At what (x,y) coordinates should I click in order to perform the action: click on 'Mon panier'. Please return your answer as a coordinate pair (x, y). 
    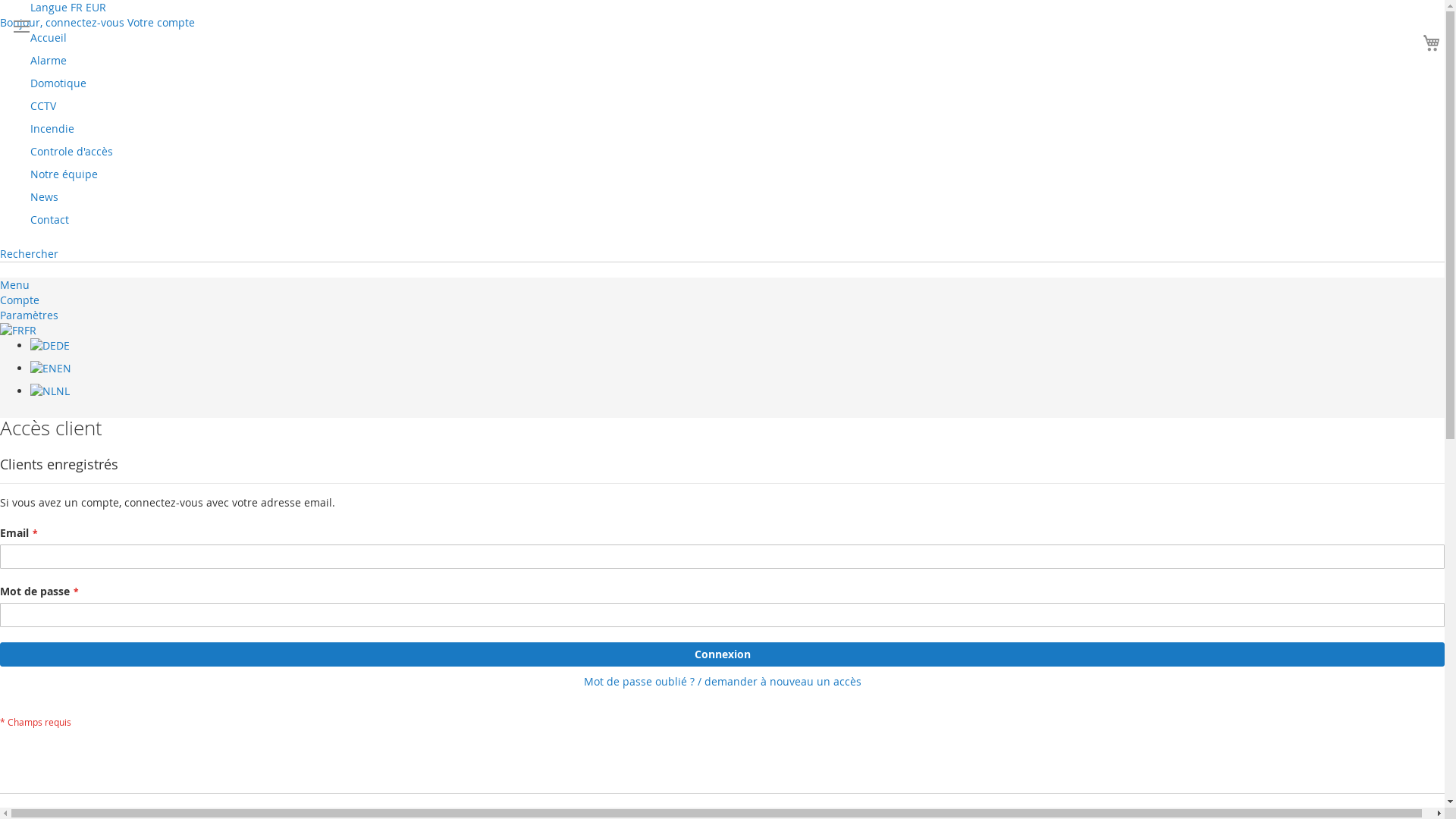
    Looking at the image, I should click on (1417, 42).